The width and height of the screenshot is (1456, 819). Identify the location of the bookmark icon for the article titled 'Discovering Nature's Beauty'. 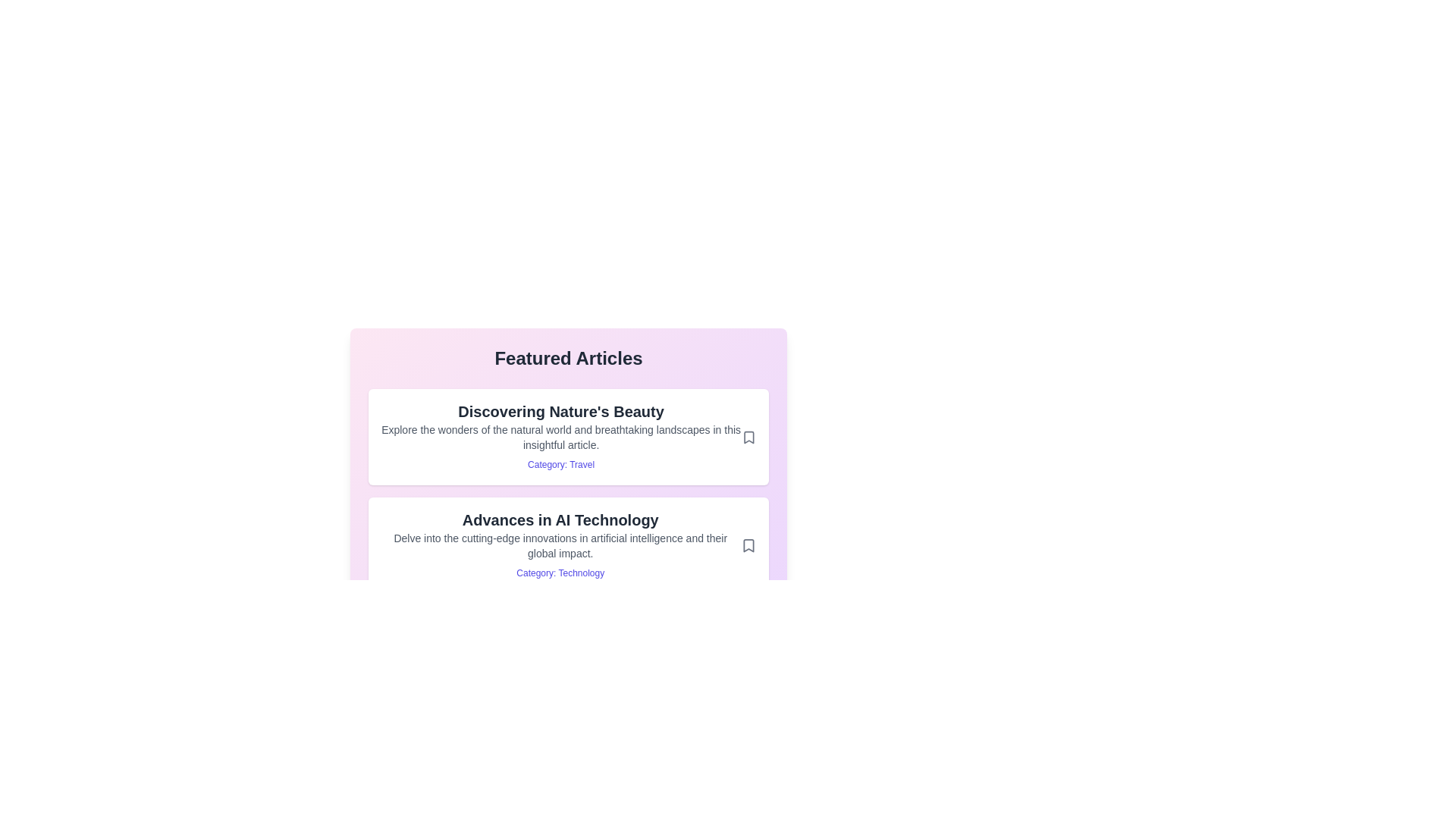
(749, 437).